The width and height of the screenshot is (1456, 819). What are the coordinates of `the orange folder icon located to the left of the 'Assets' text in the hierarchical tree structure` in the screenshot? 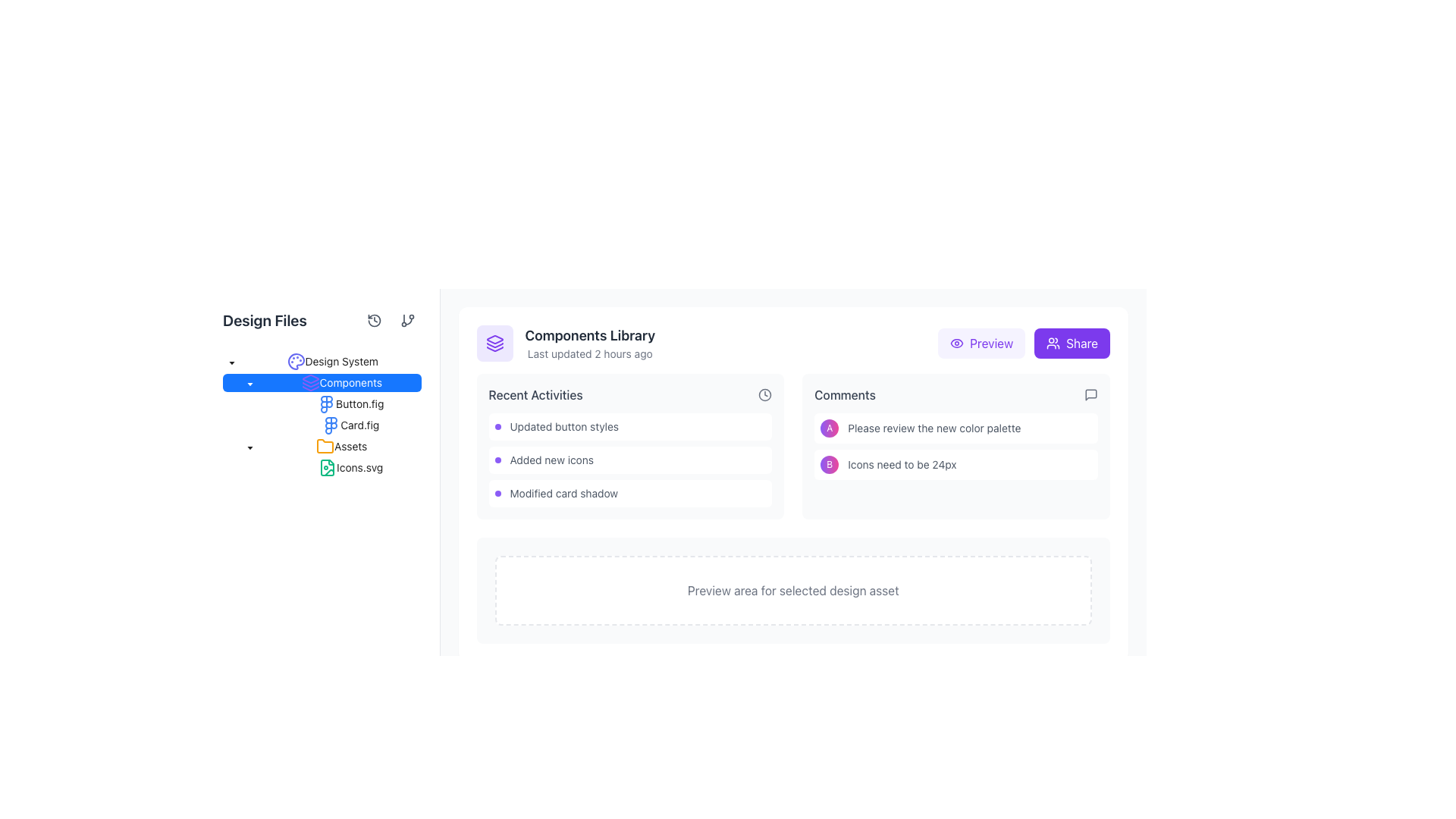 It's located at (325, 446).